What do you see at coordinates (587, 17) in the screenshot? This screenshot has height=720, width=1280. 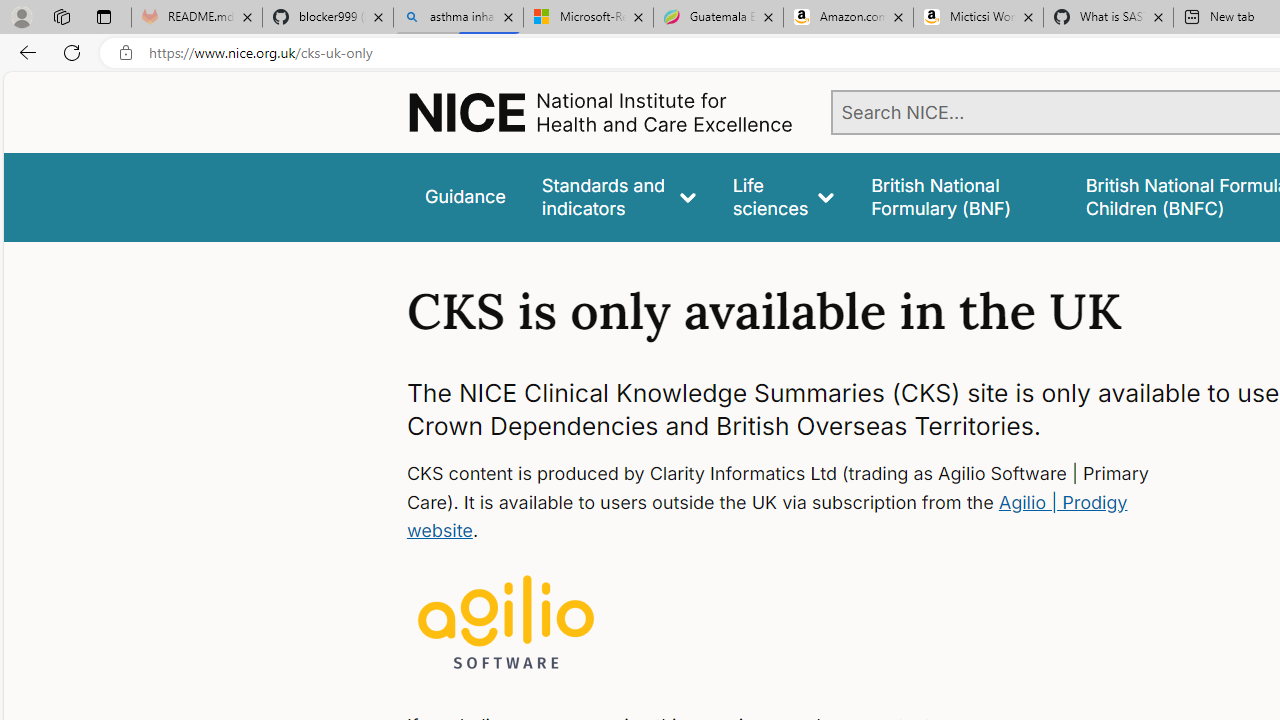 I see `'Microsoft-Report a Concern to Bing'` at bounding box center [587, 17].